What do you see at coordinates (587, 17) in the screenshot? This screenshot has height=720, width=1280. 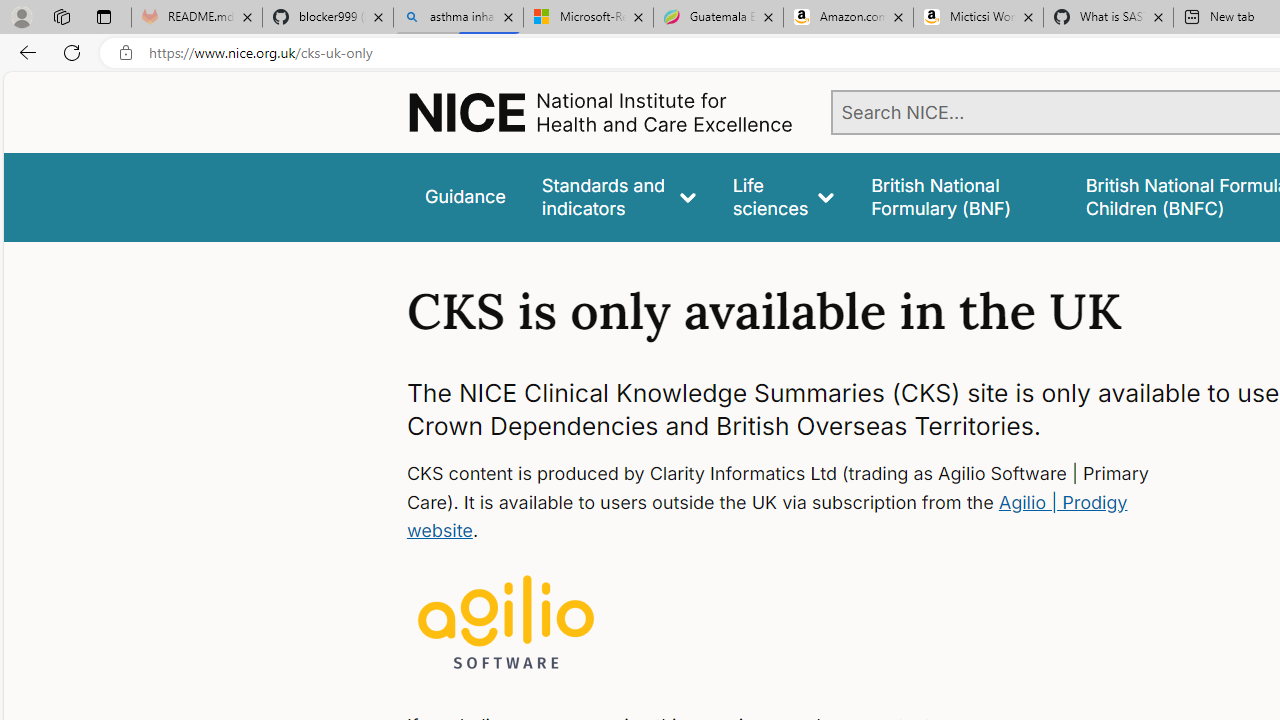 I see `'Microsoft-Report a Concern to Bing'` at bounding box center [587, 17].